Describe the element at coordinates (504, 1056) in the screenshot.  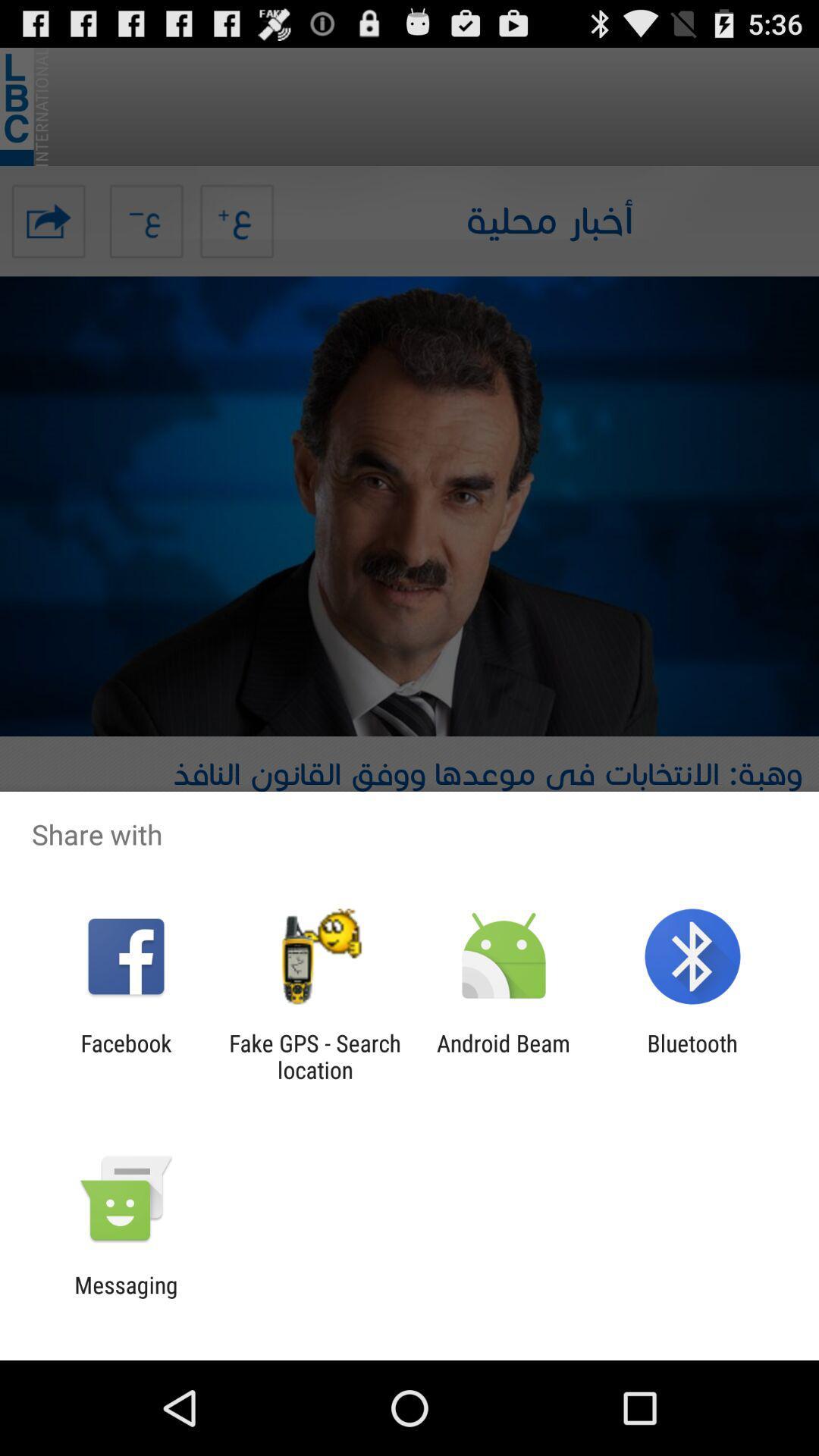
I see `icon next to fake gps search` at that location.